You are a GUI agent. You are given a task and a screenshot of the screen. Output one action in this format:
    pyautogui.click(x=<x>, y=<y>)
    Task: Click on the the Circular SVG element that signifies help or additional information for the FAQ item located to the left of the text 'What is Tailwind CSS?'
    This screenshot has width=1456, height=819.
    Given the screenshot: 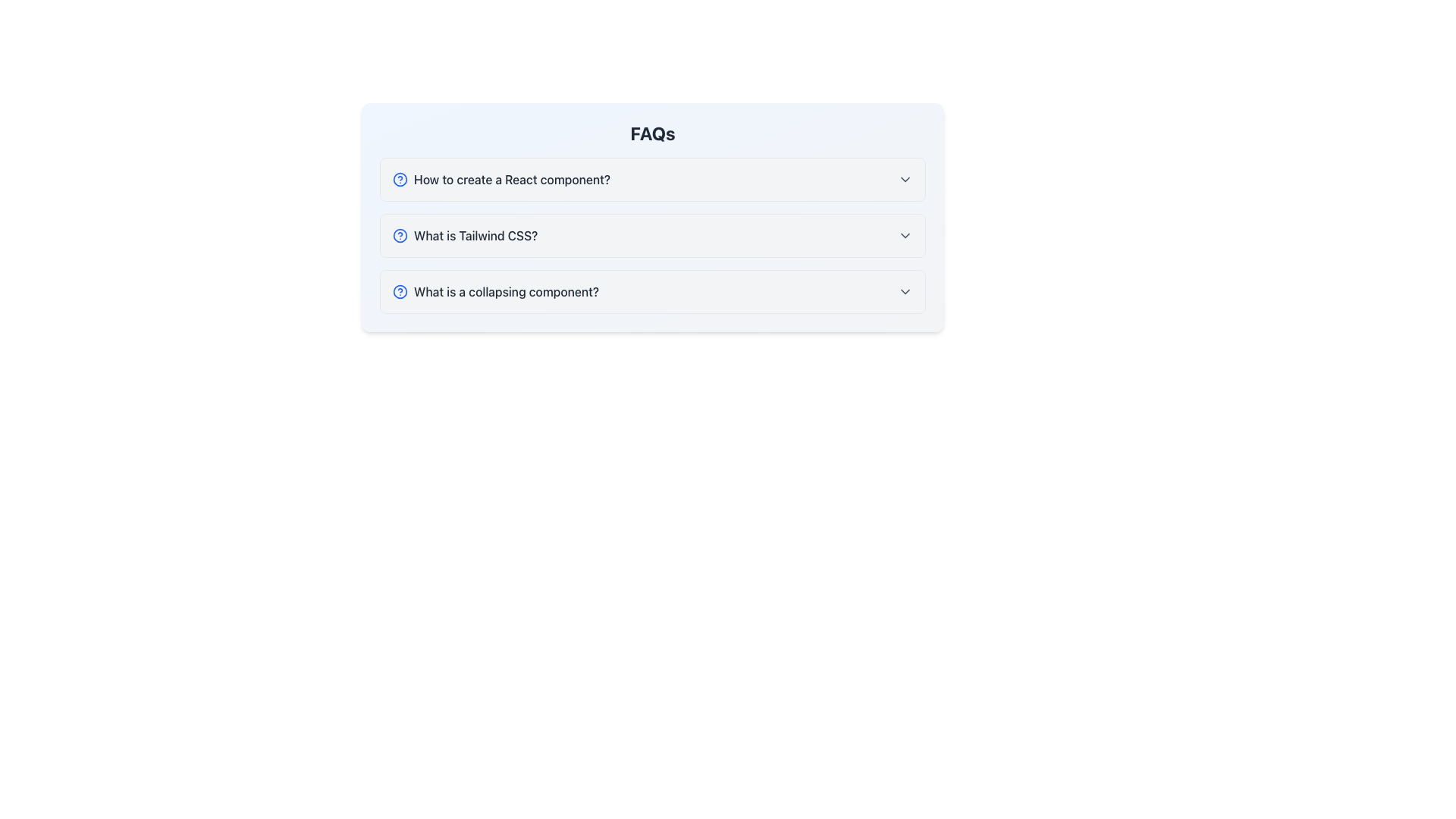 What is the action you would take?
    pyautogui.click(x=400, y=236)
    